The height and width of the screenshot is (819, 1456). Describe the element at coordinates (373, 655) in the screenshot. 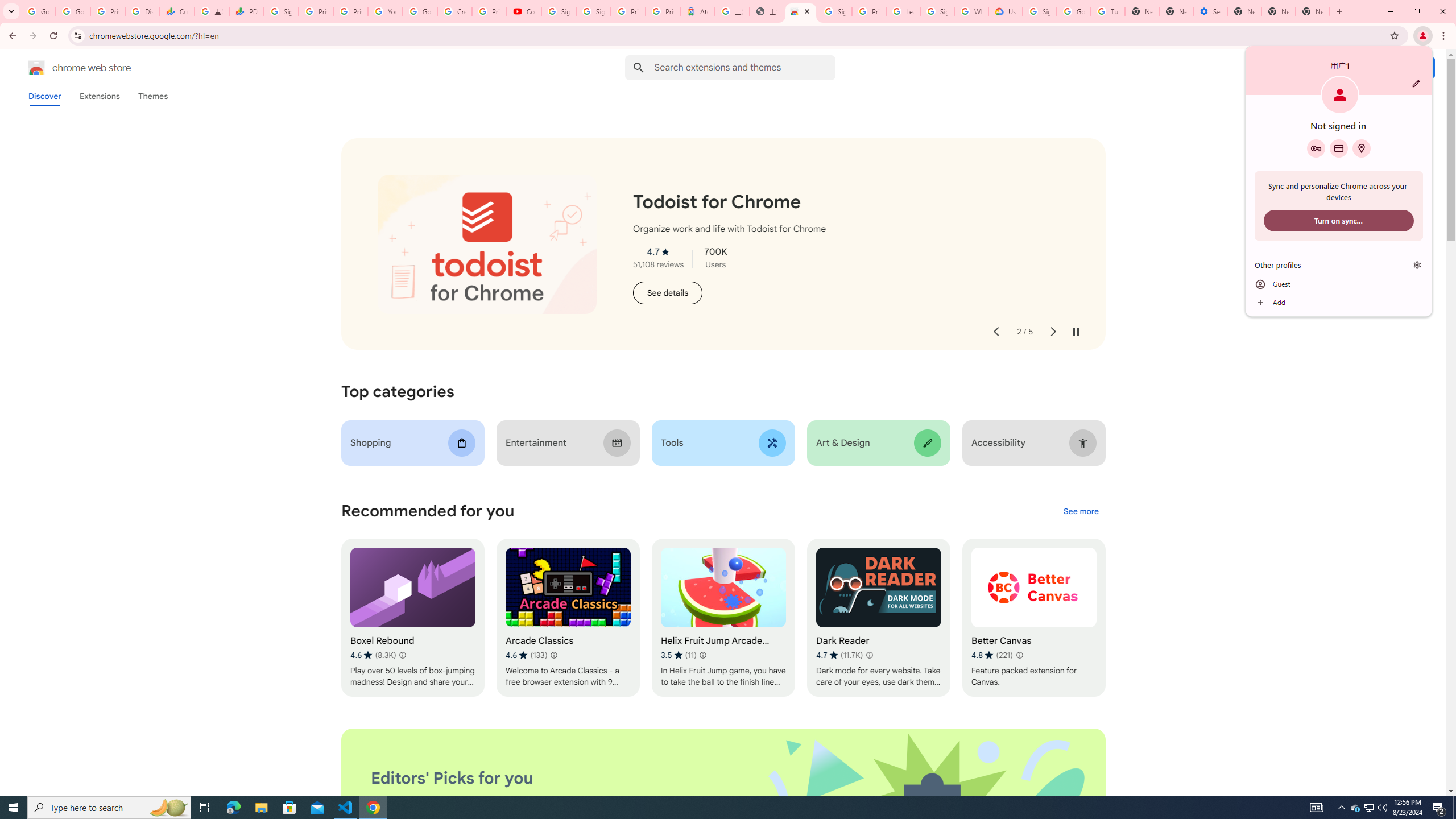

I see `'Average rating 4.6 out of 5 stars. 8.3K ratings.'` at that location.